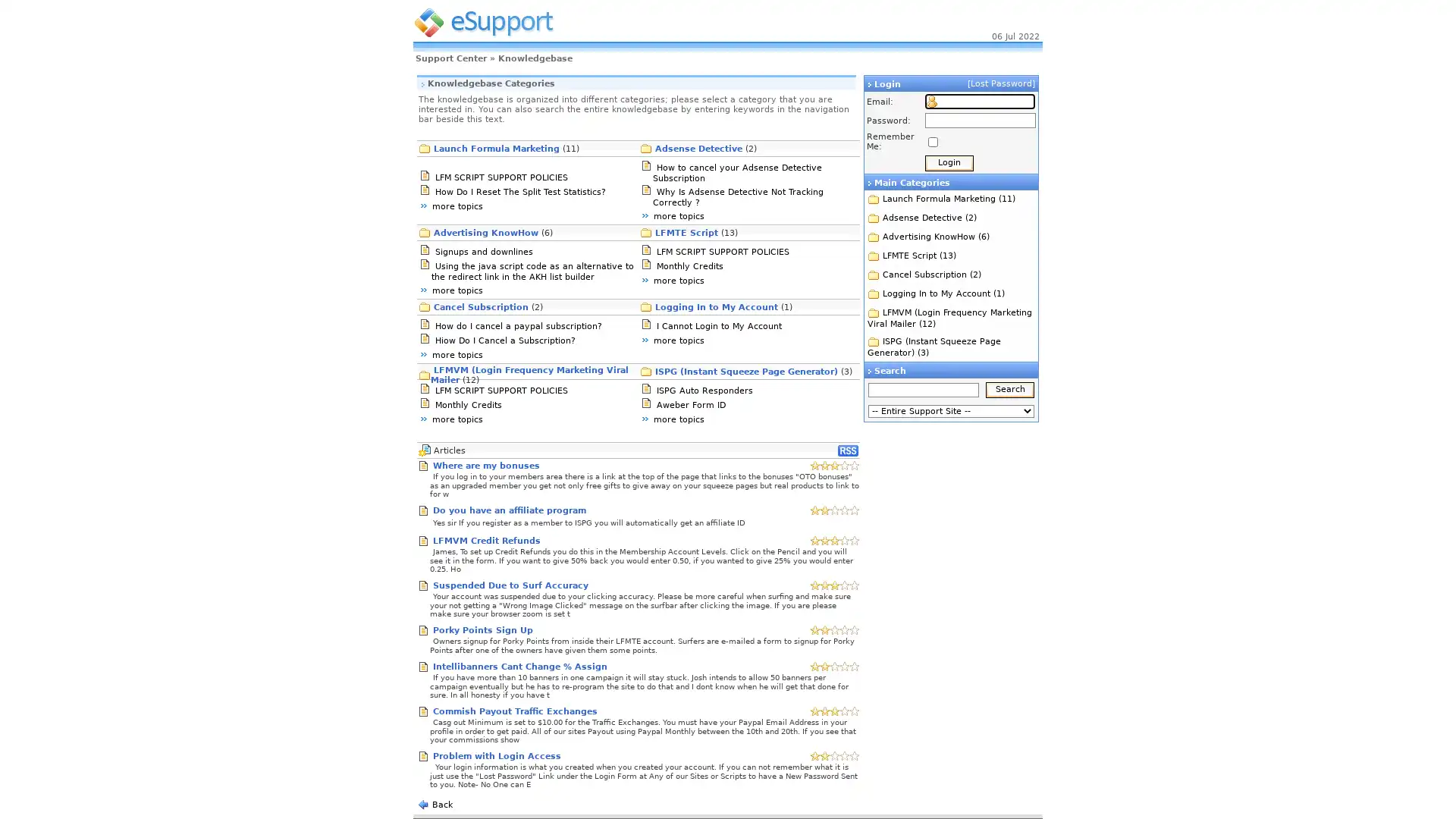 Image resolution: width=1456 pixels, height=819 pixels. Describe the element at coordinates (949, 163) in the screenshot. I see `Login` at that location.